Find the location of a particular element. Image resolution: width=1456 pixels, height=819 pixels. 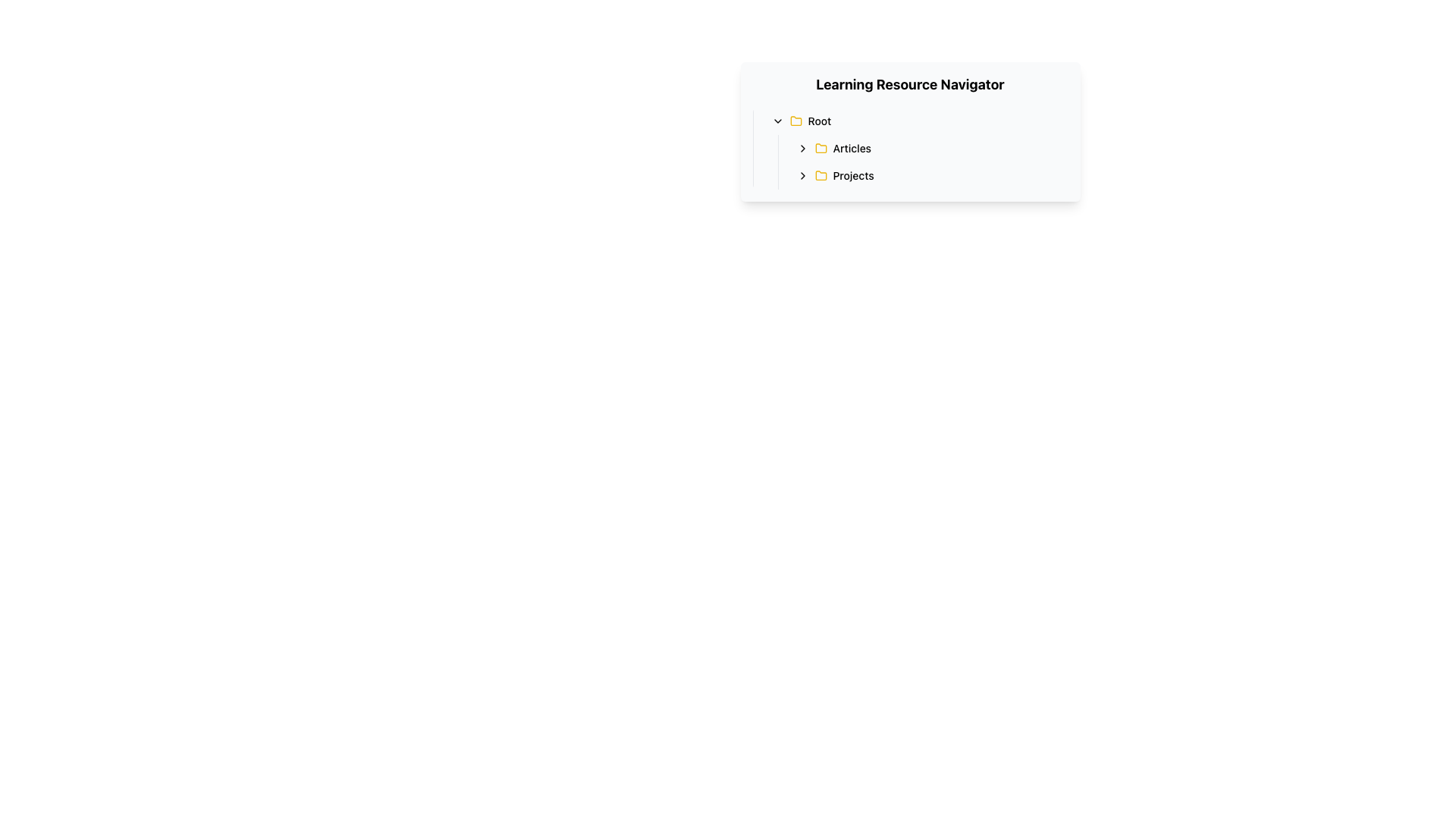

the folder icon representing the 'Root' node in the Learning Resource Navigator is located at coordinates (795, 120).